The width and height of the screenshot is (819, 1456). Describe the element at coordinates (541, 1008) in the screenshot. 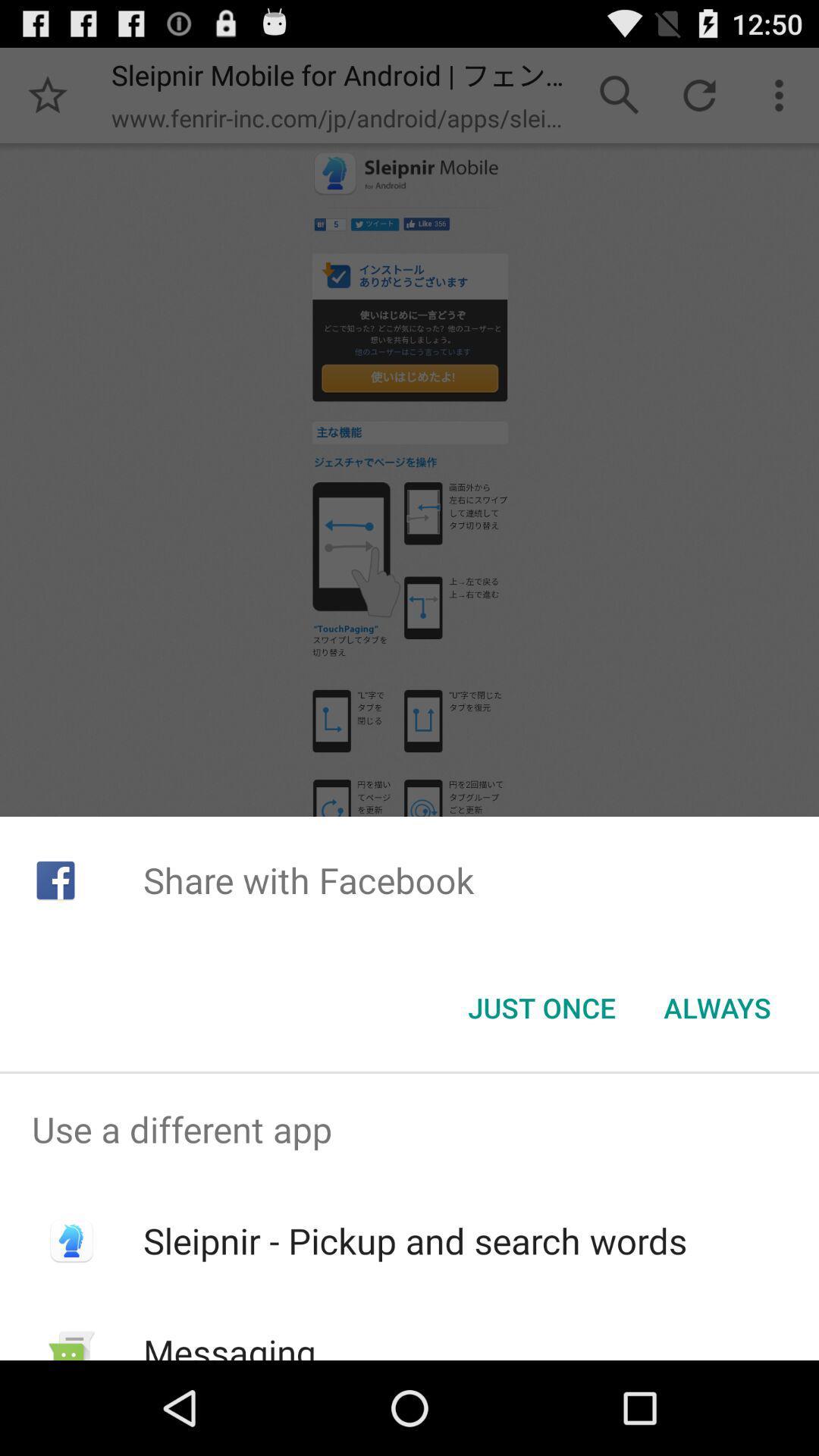

I see `the just once item` at that location.